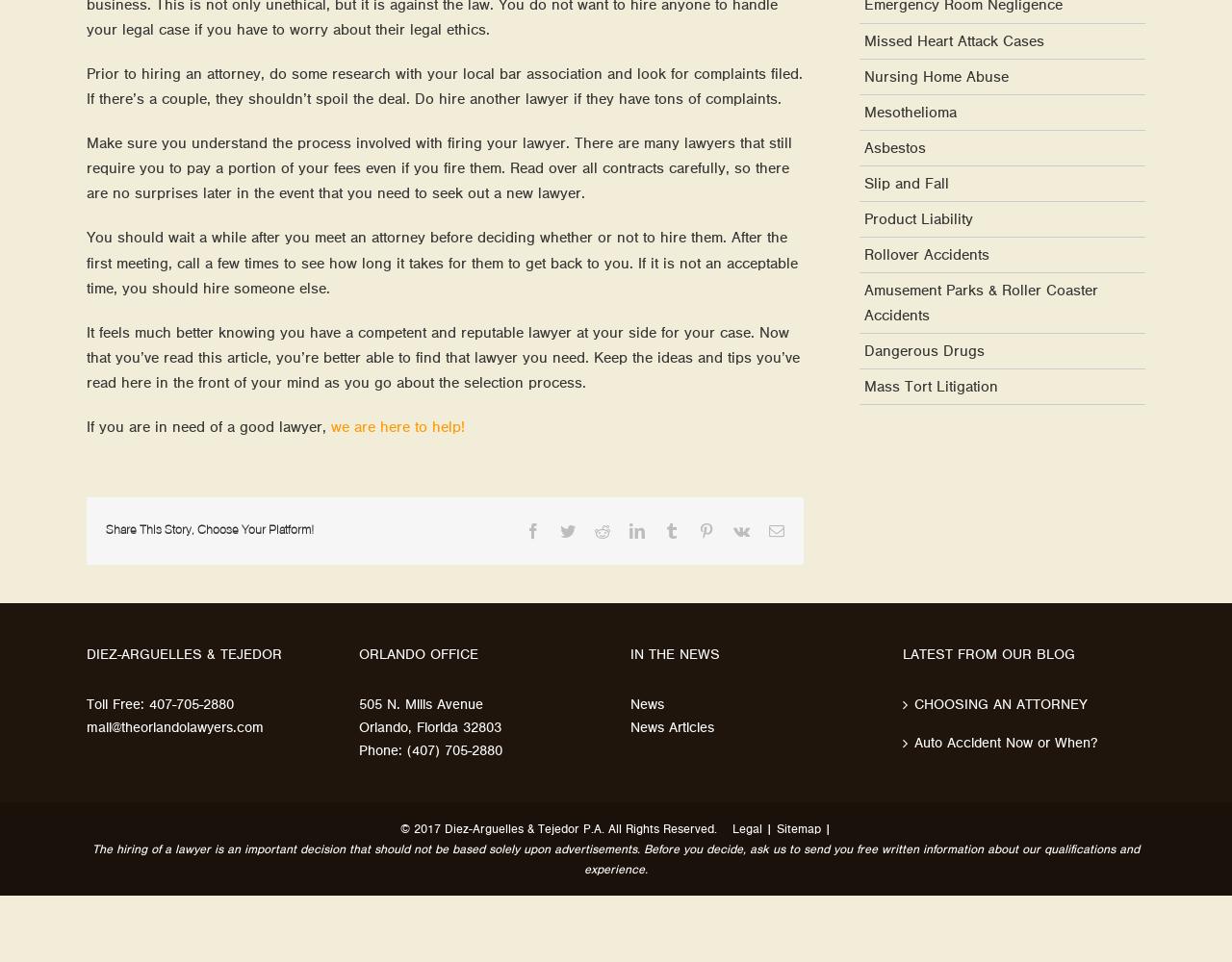 This screenshot has height=962, width=1232. Describe the element at coordinates (863, 40) in the screenshot. I see `'Missed Heart Attack Cases'` at that location.